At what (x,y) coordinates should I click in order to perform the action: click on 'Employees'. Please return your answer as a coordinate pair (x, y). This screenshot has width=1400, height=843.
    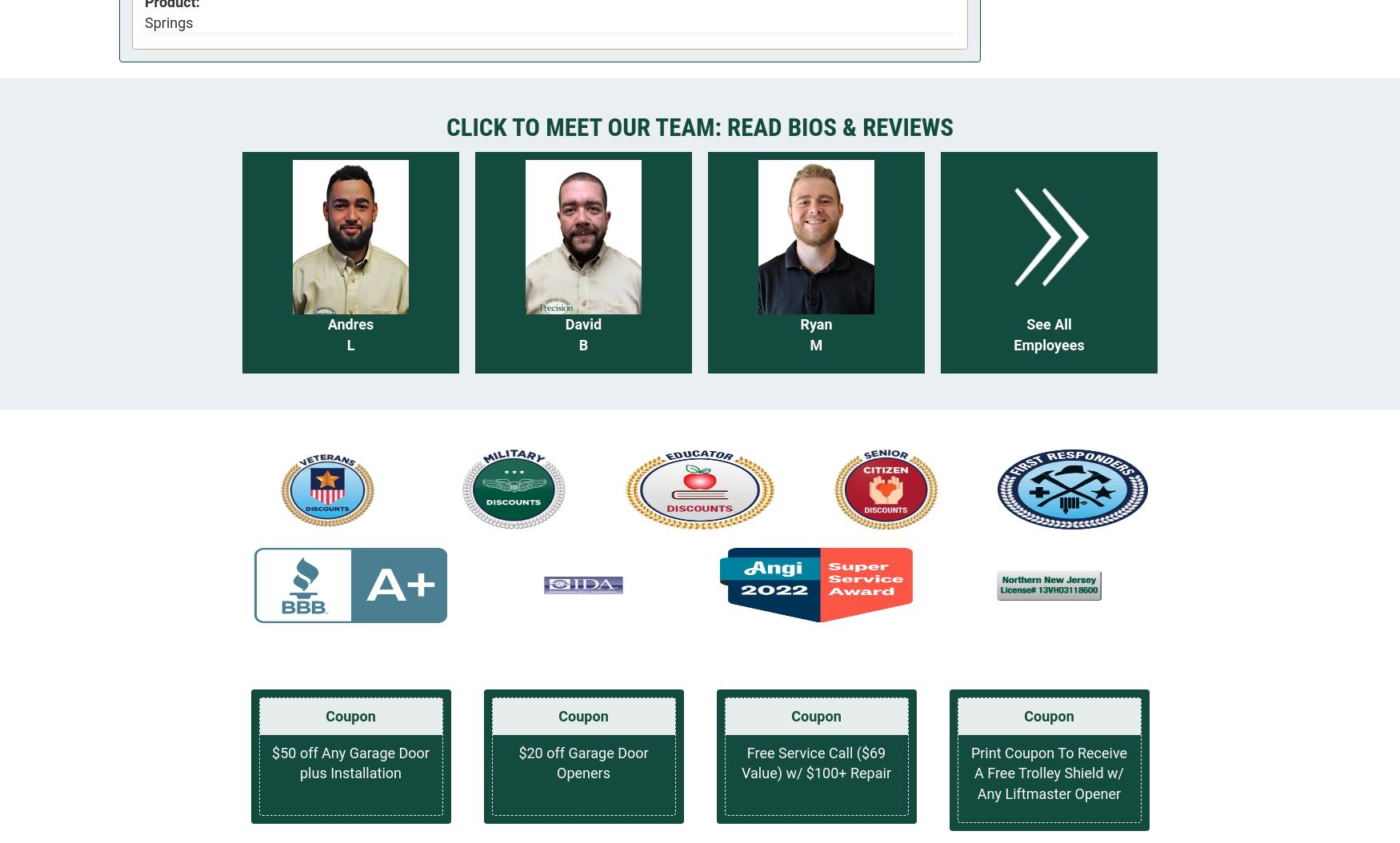
    Looking at the image, I should click on (1013, 344).